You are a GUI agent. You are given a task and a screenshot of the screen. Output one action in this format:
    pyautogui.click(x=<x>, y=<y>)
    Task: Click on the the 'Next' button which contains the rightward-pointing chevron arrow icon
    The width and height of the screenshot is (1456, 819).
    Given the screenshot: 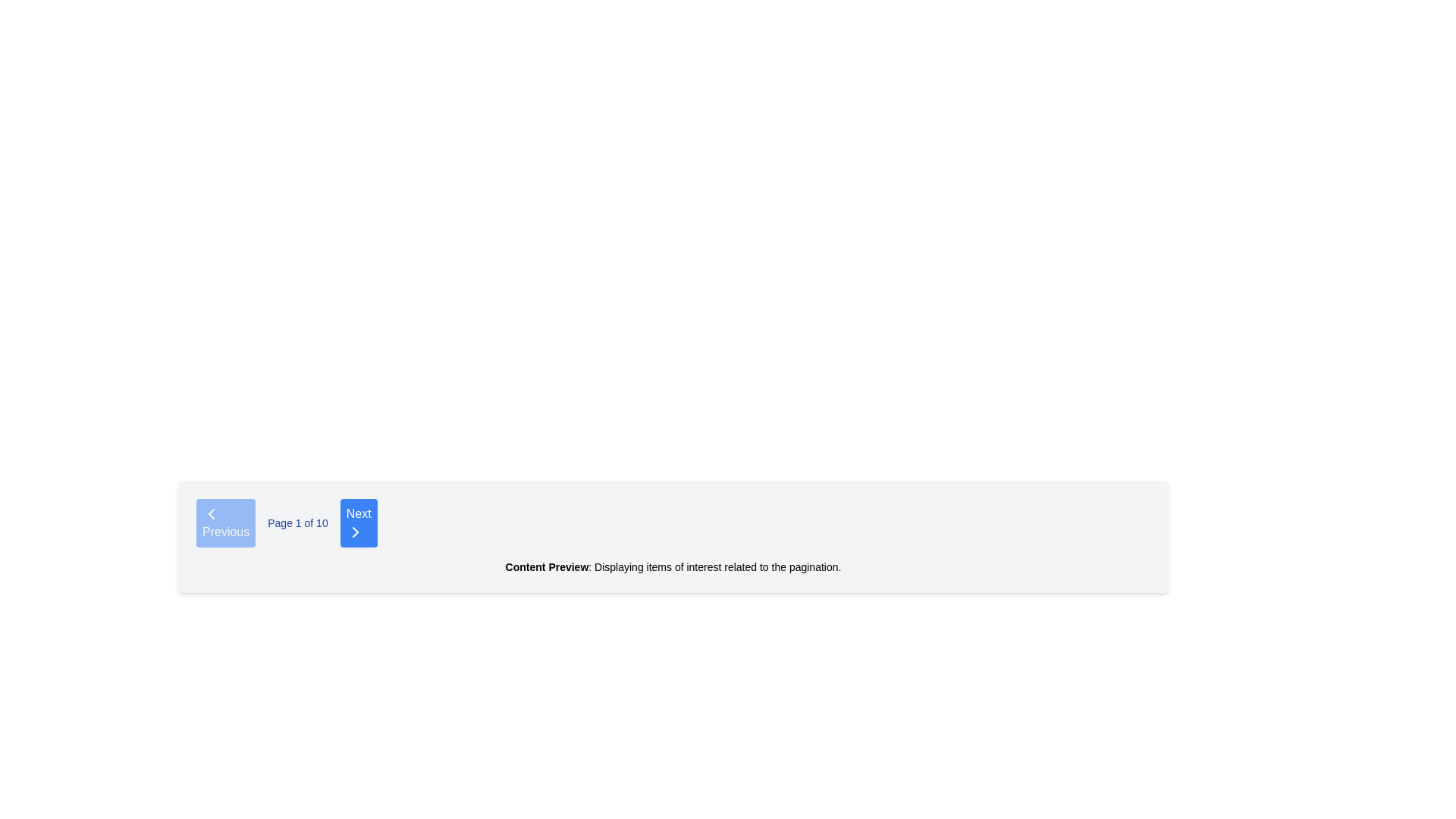 What is the action you would take?
    pyautogui.click(x=354, y=532)
    